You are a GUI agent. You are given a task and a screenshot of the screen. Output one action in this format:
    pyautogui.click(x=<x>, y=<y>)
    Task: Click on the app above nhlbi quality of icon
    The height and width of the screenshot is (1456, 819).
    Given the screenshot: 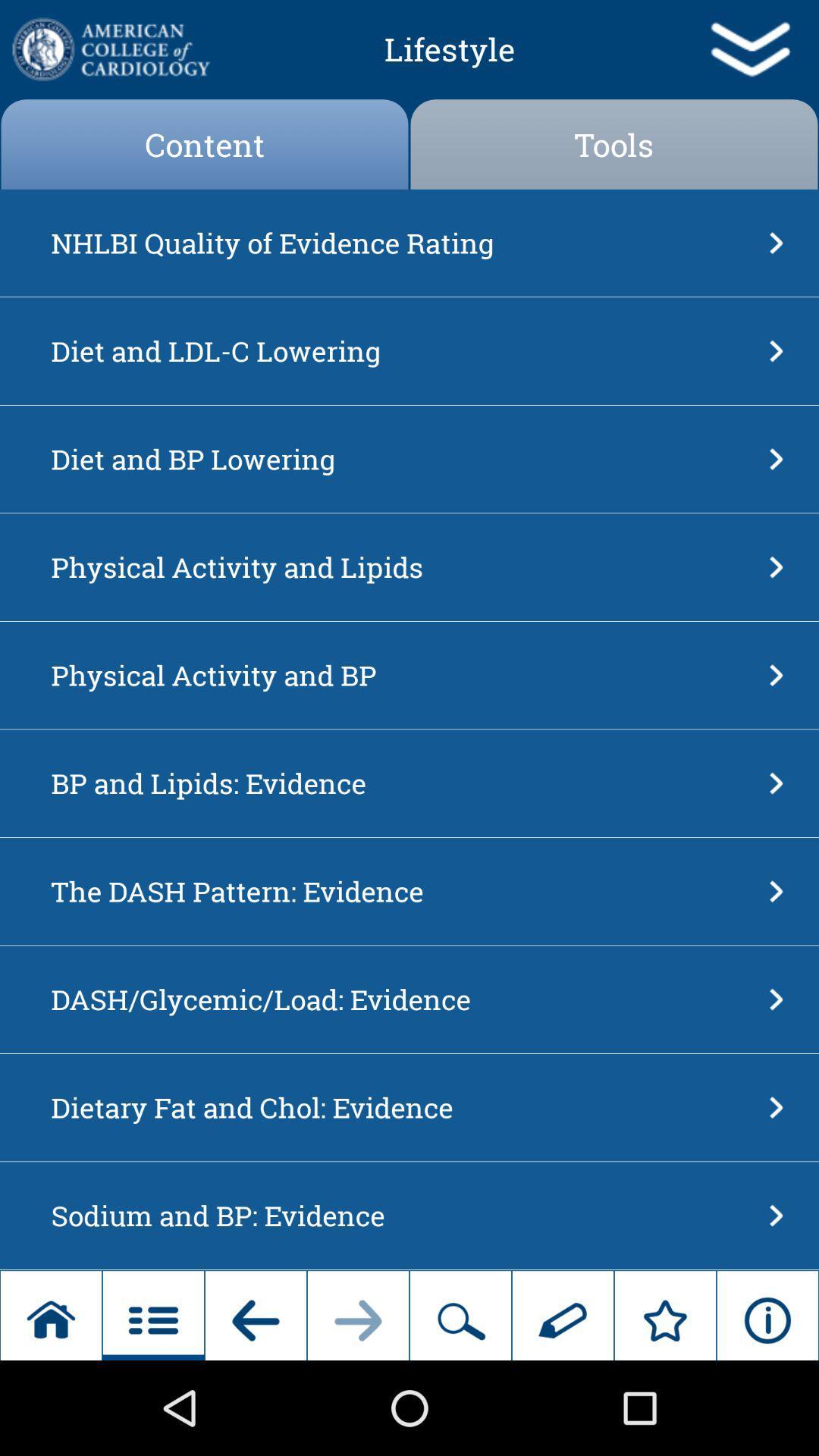 What is the action you would take?
    pyautogui.click(x=205, y=144)
    